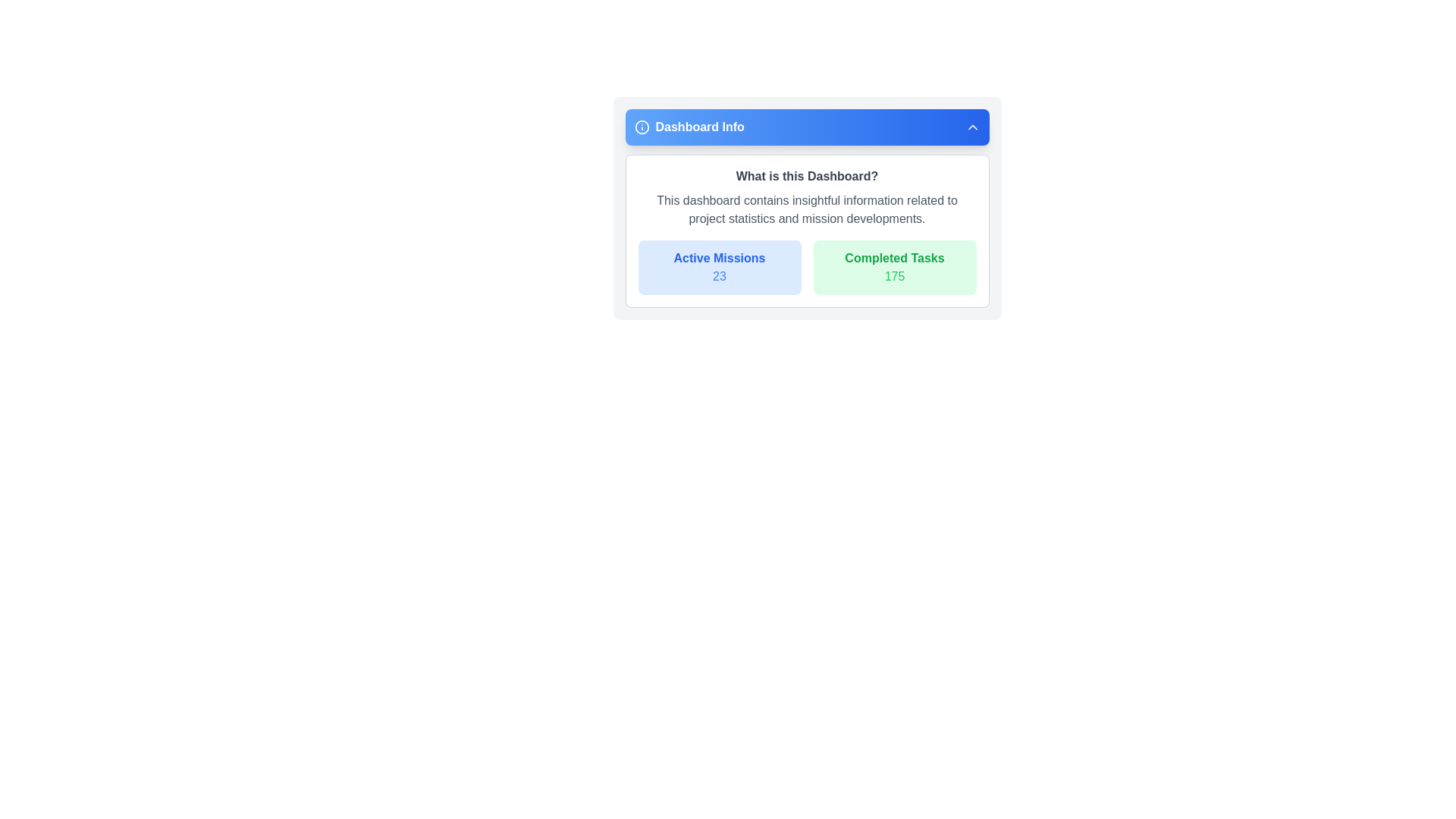 This screenshot has height=819, width=1456. What do you see at coordinates (699, 127) in the screenshot?
I see `the static text label displaying 'Dashboard Info' in bold white font on a blue background, which serves as a header or title of the section` at bounding box center [699, 127].